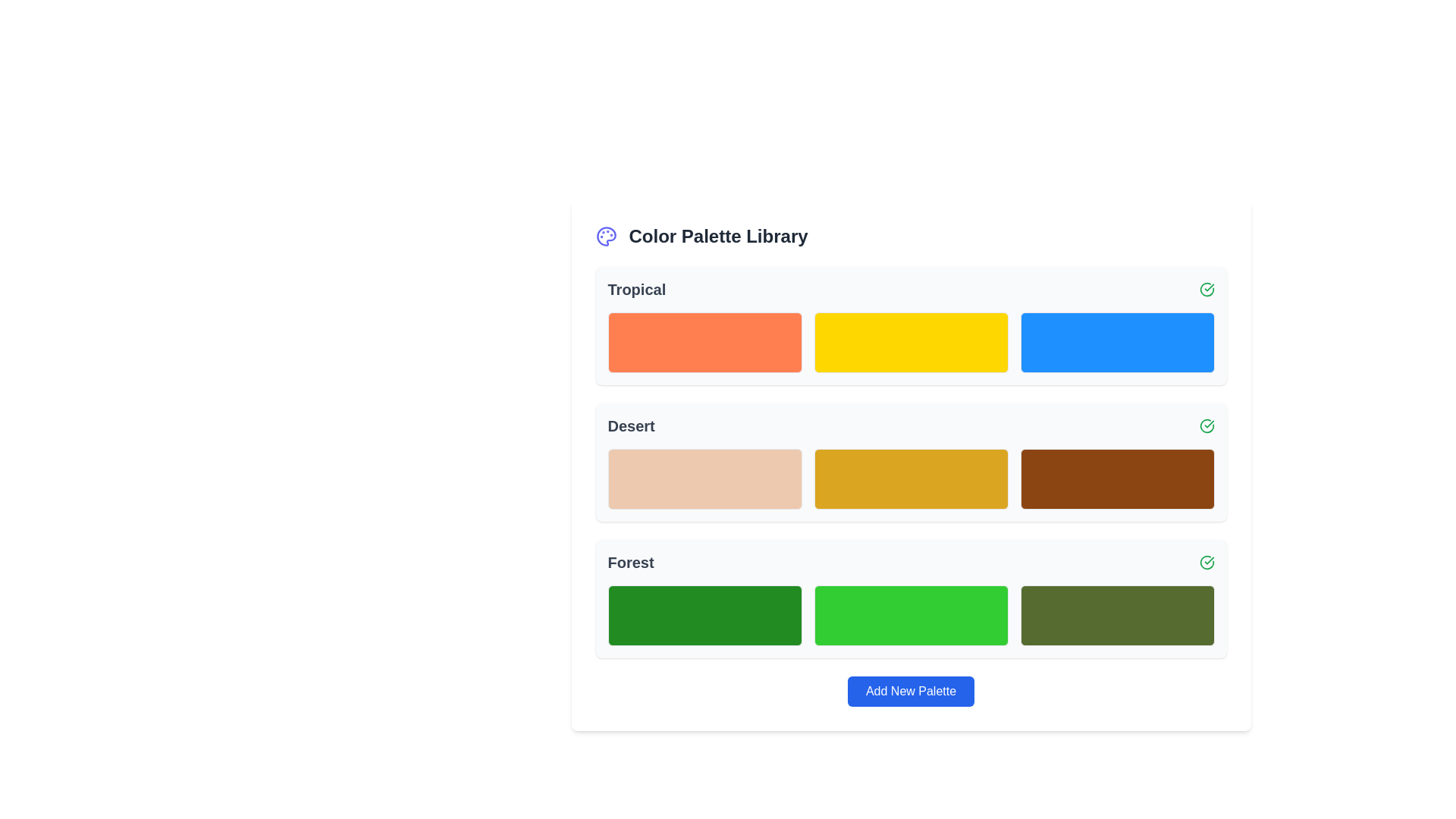 This screenshot has height=819, width=1456. What do you see at coordinates (1206, 562) in the screenshot?
I see `the Status indicator icon that confirms the successful status of the 'Forest' entry, which is positioned to the far right side of the 'Forest' label` at bounding box center [1206, 562].